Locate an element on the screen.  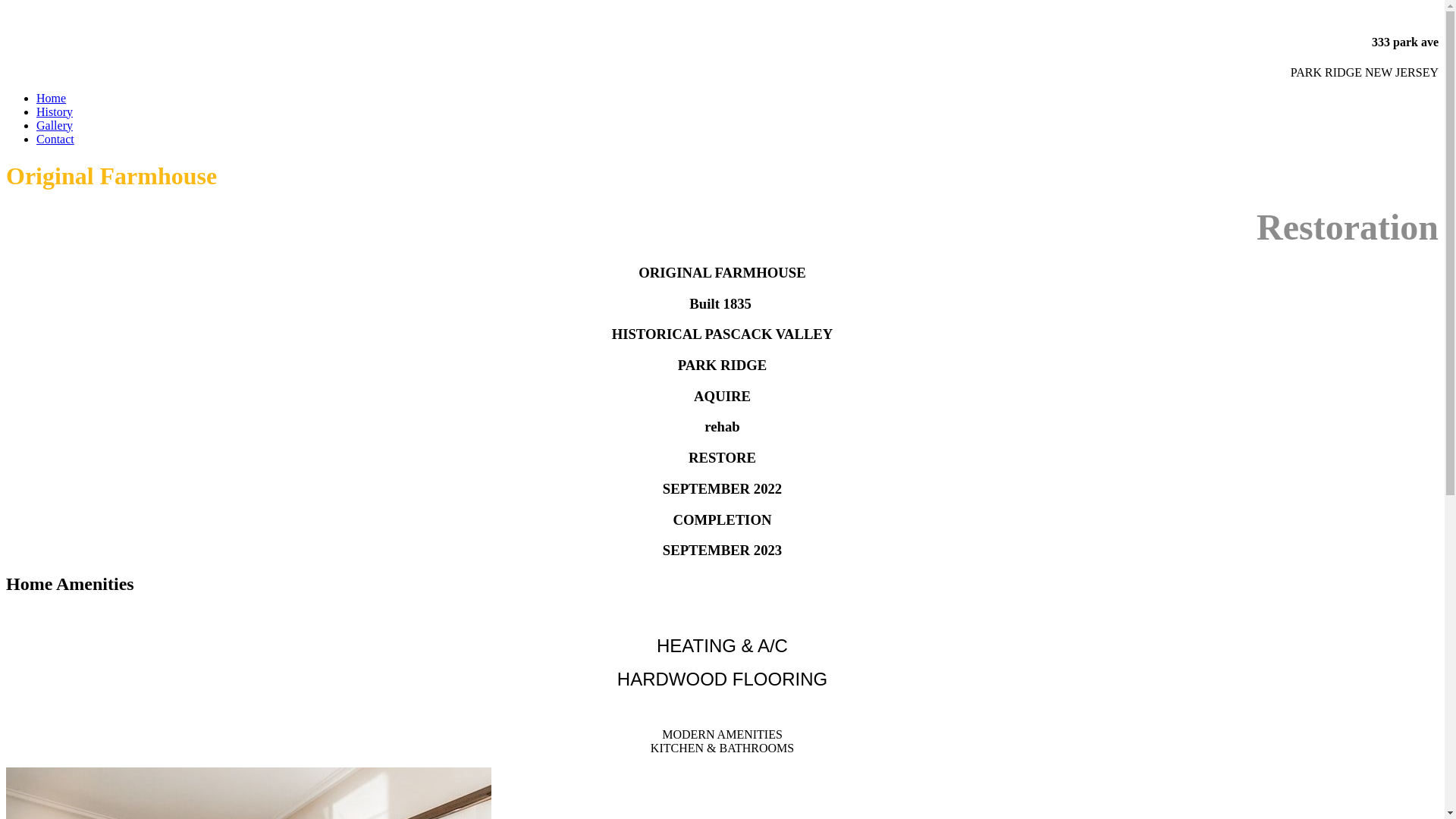
'History' is located at coordinates (55, 111).